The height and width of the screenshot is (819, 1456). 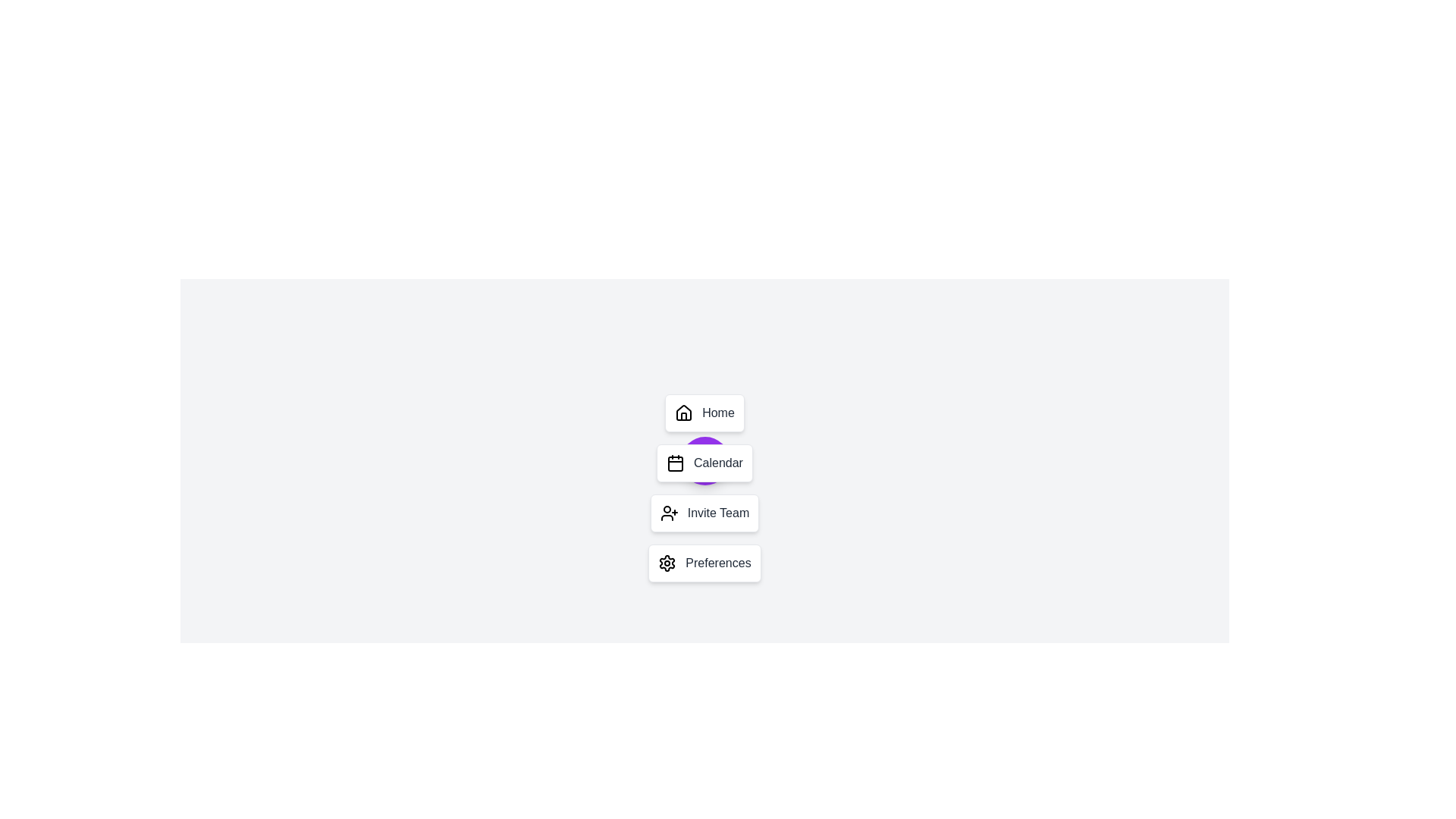 I want to click on the calendar icon located in the vertical navigation section, so click(x=675, y=463).